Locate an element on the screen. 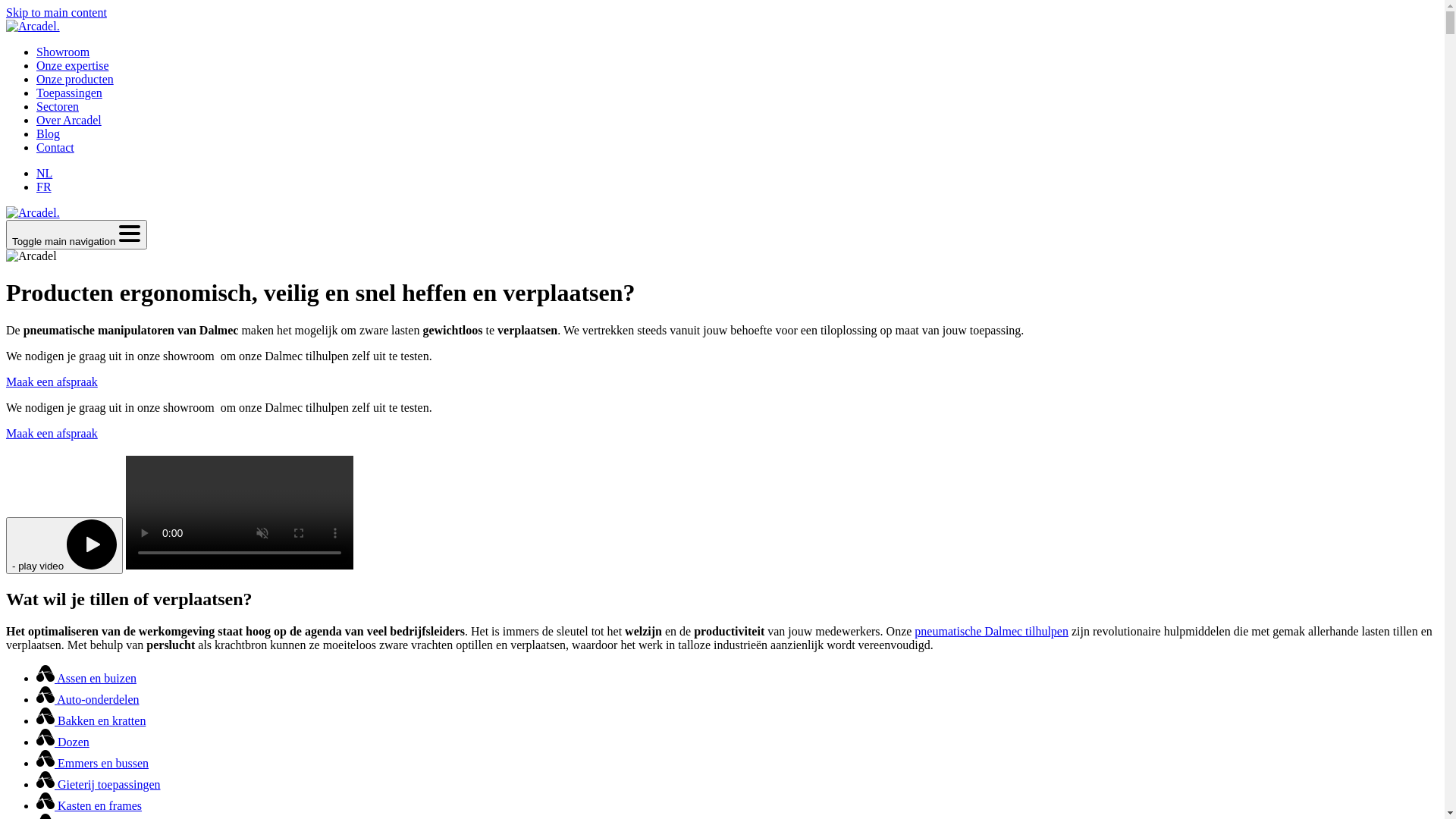 This screenshot has width=1456, height=819. 'Maak een afspraak' is located at coordinates (52, 433).